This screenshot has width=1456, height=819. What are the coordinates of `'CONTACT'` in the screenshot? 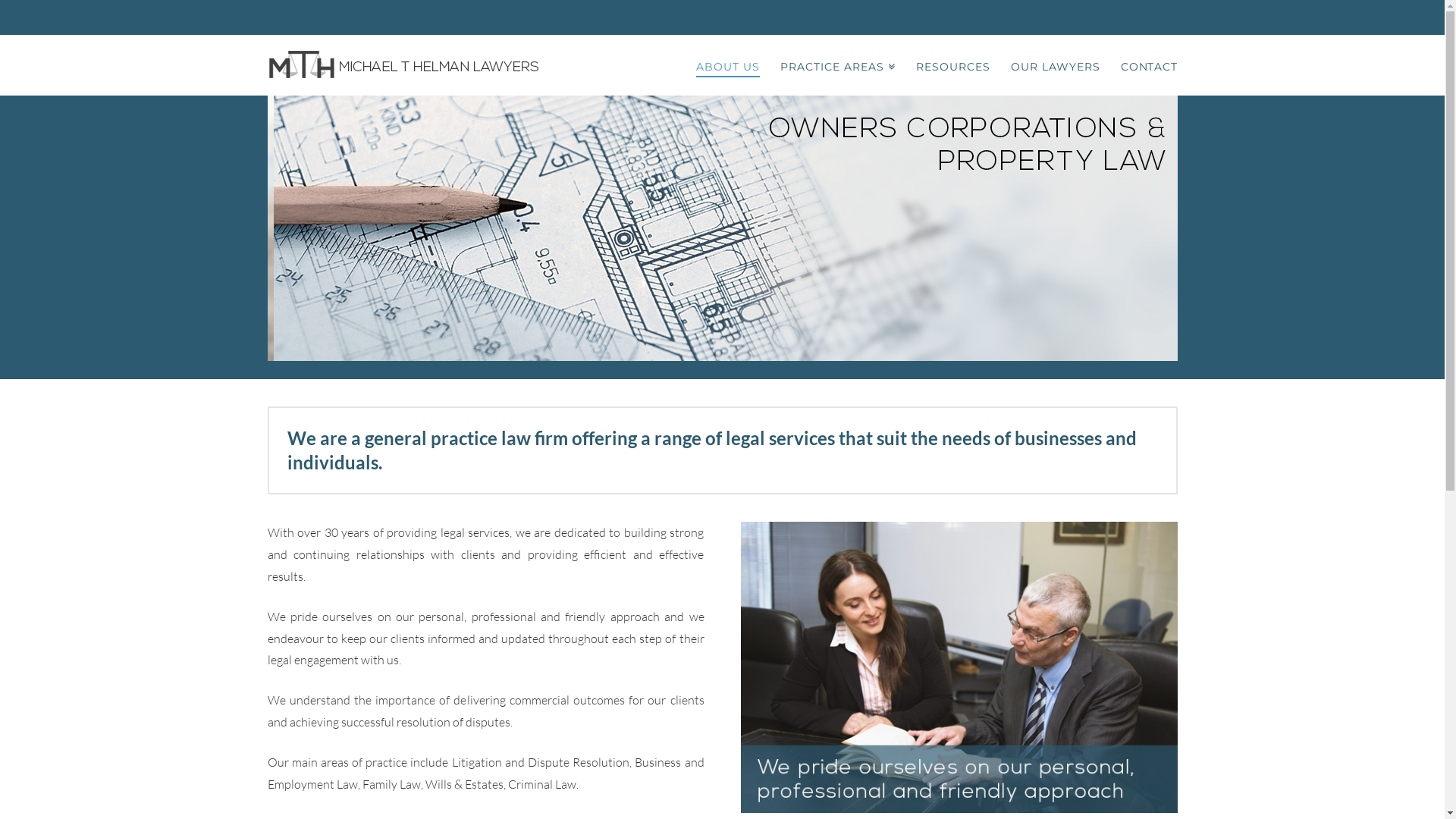 It's located at (1144, 64).